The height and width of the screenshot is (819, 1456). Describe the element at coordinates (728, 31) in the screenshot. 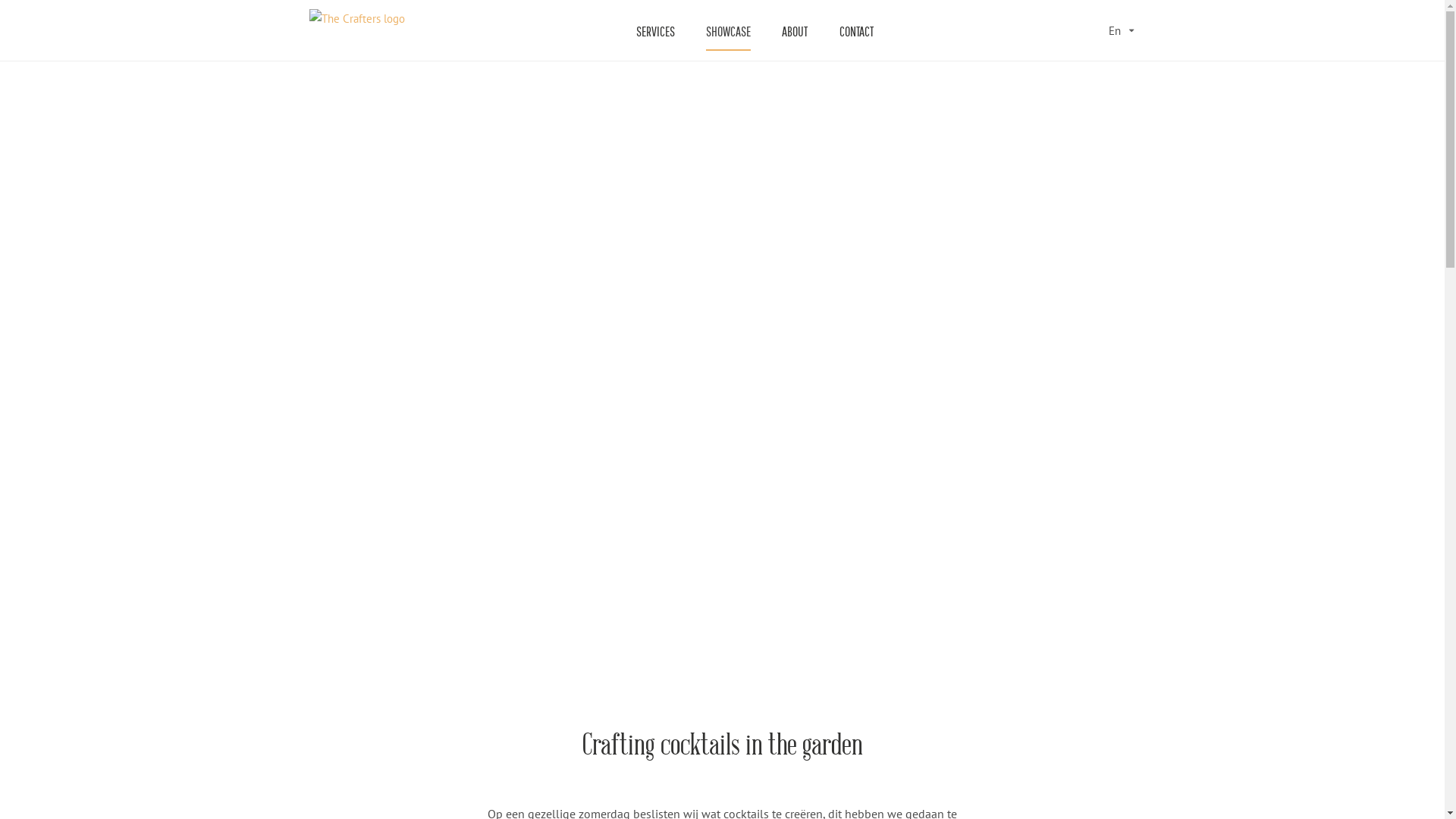

I see `'SHOWCASE'` at that location.